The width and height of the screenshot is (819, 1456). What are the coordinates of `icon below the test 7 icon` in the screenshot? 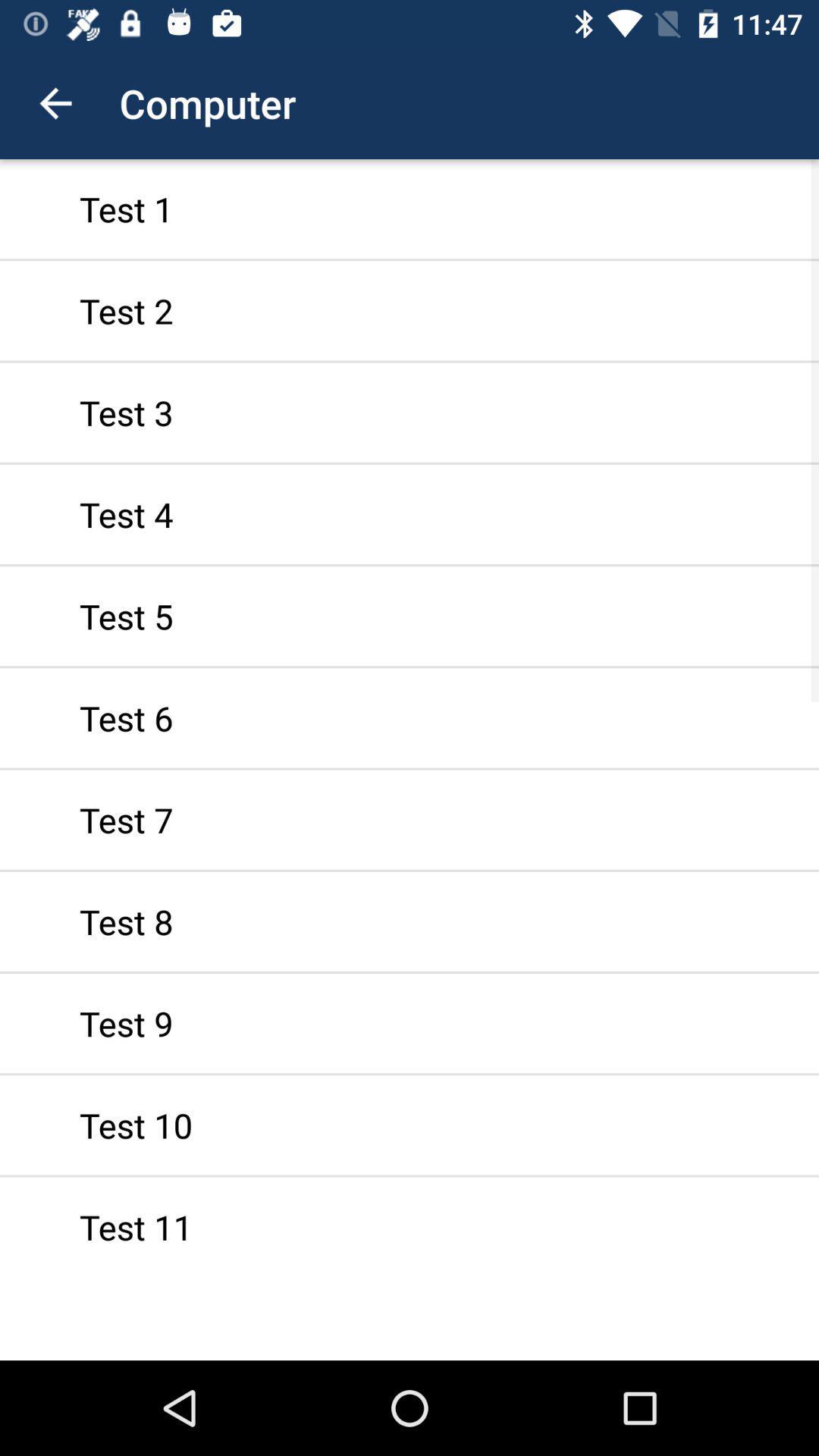 It's located at (409, 921).